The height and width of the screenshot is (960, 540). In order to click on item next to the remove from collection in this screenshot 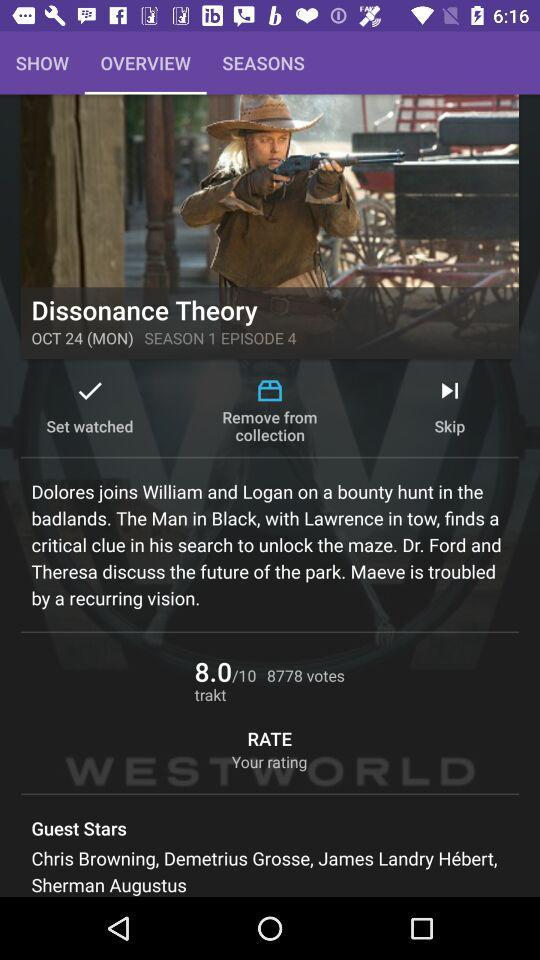, I will do `click(449, 409)`.